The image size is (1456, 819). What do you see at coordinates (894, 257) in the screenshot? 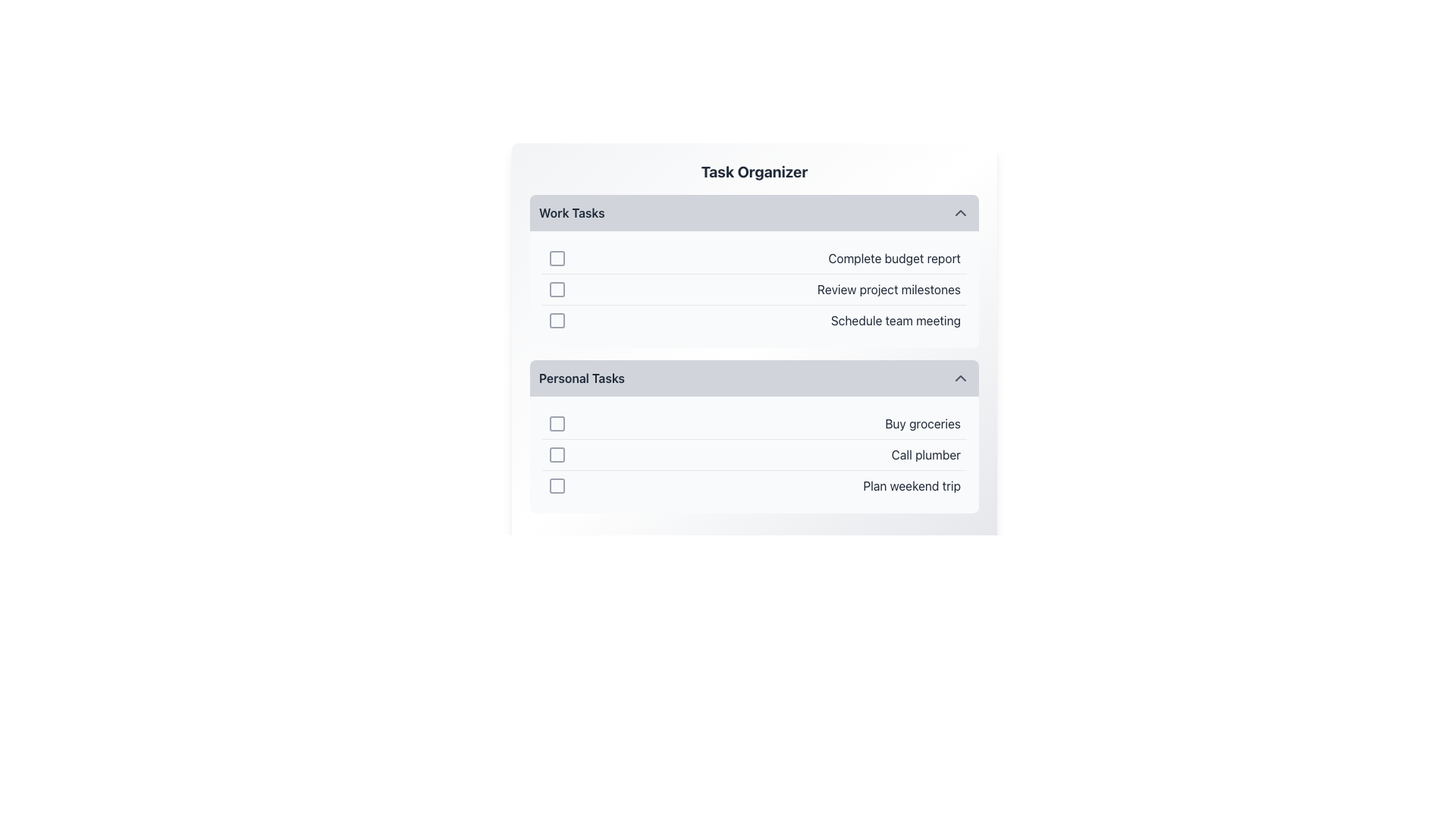
I see `the text label for the task item` at bounding box center [894, 257].